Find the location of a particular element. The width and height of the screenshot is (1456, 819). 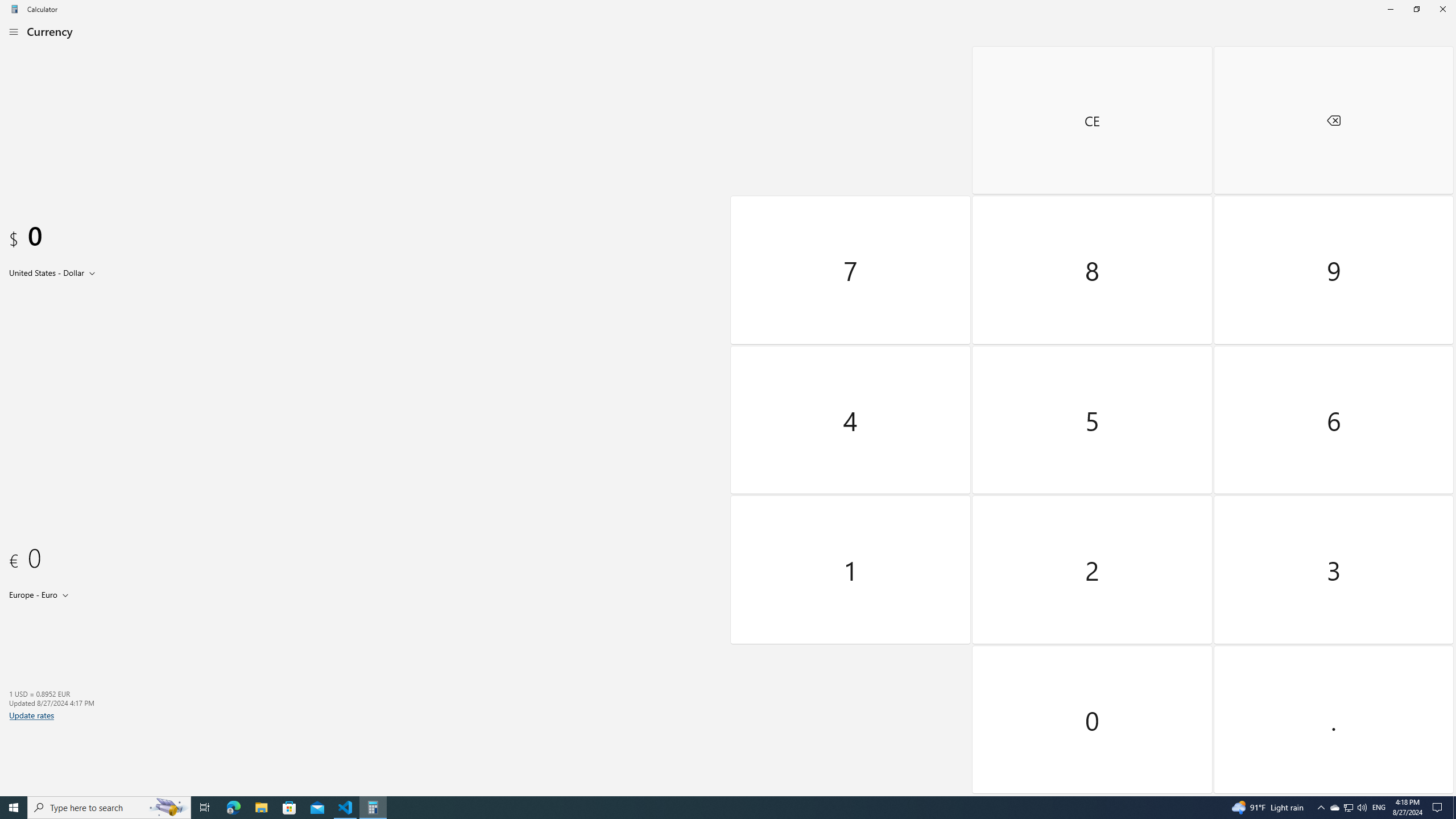

'Clear entry' is located at coordinates (1092, 119).